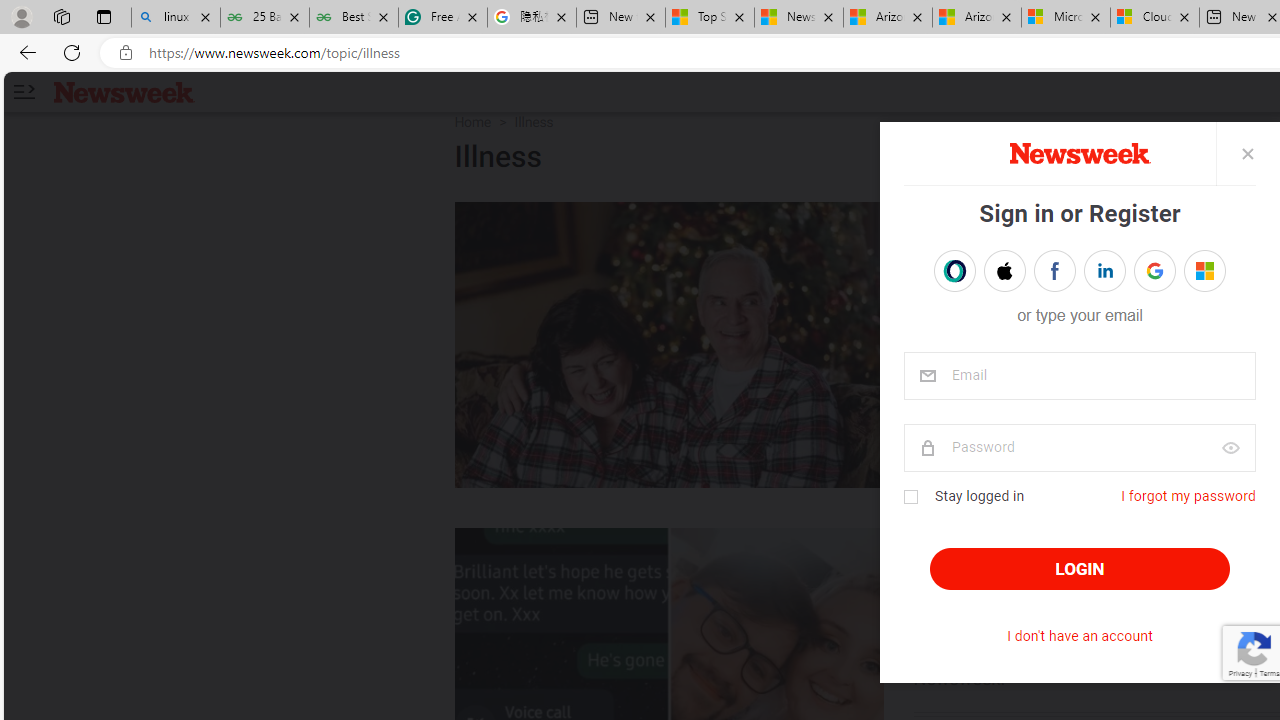  I want to click on 'Microsoft Services Agreement', so click(1064, 17).